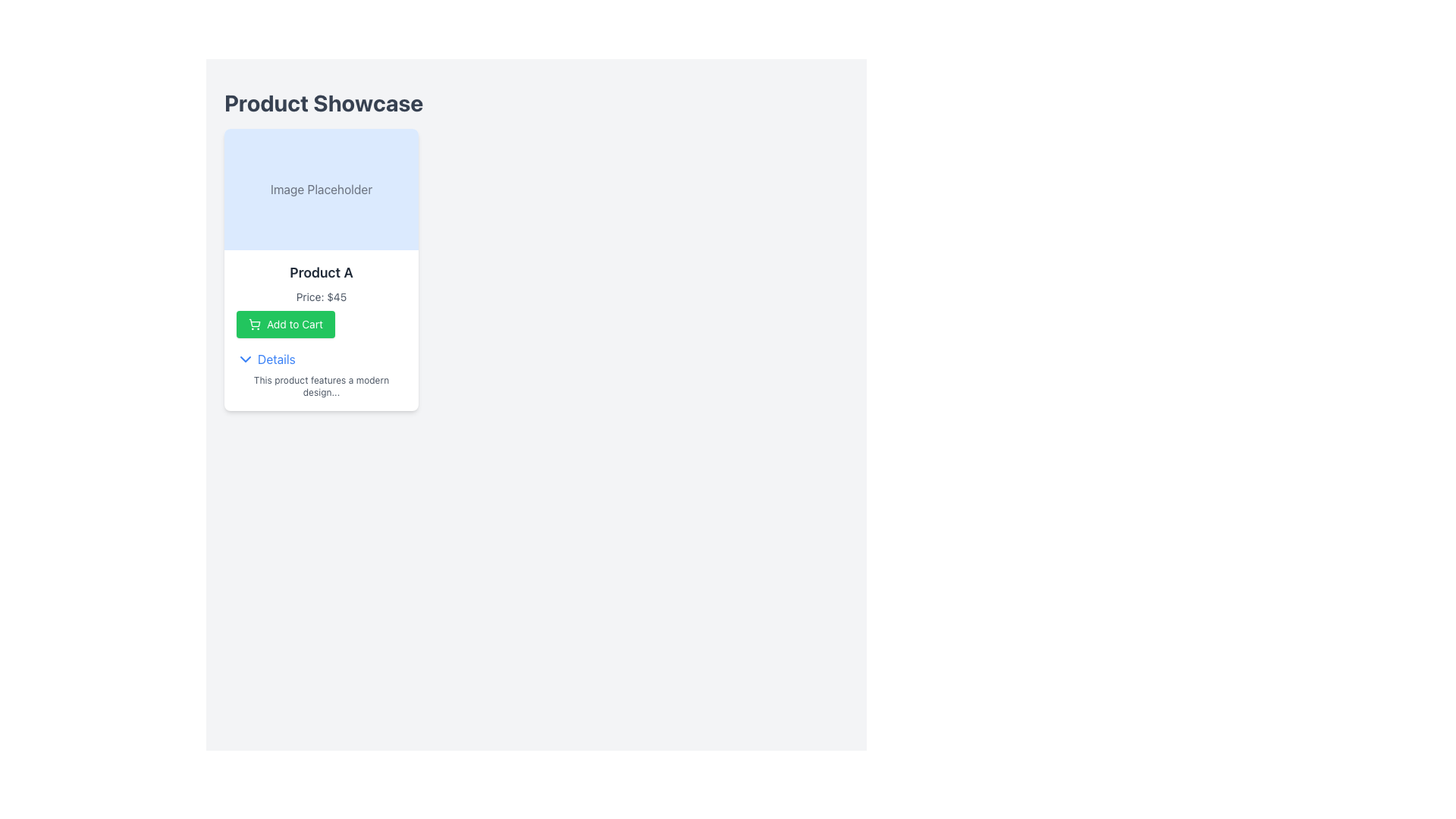 This screenshot has height=819, width=1456. I want to click on the shopping cart icon located within the 'Add to Cart' button for interactivity, so click(255, 322).